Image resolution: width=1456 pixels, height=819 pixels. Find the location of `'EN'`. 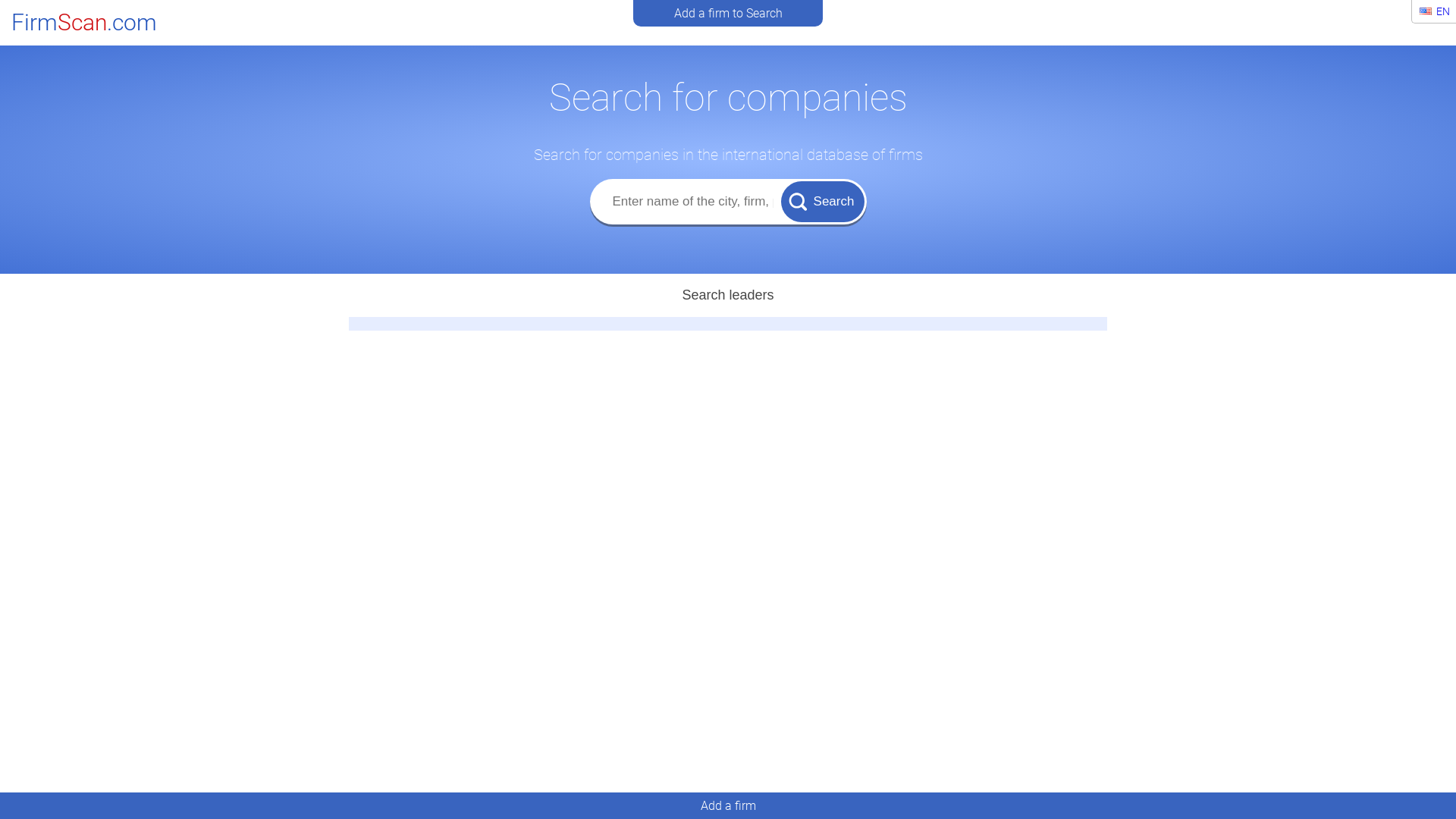

'EN' is located at coordinates (1433, 11).